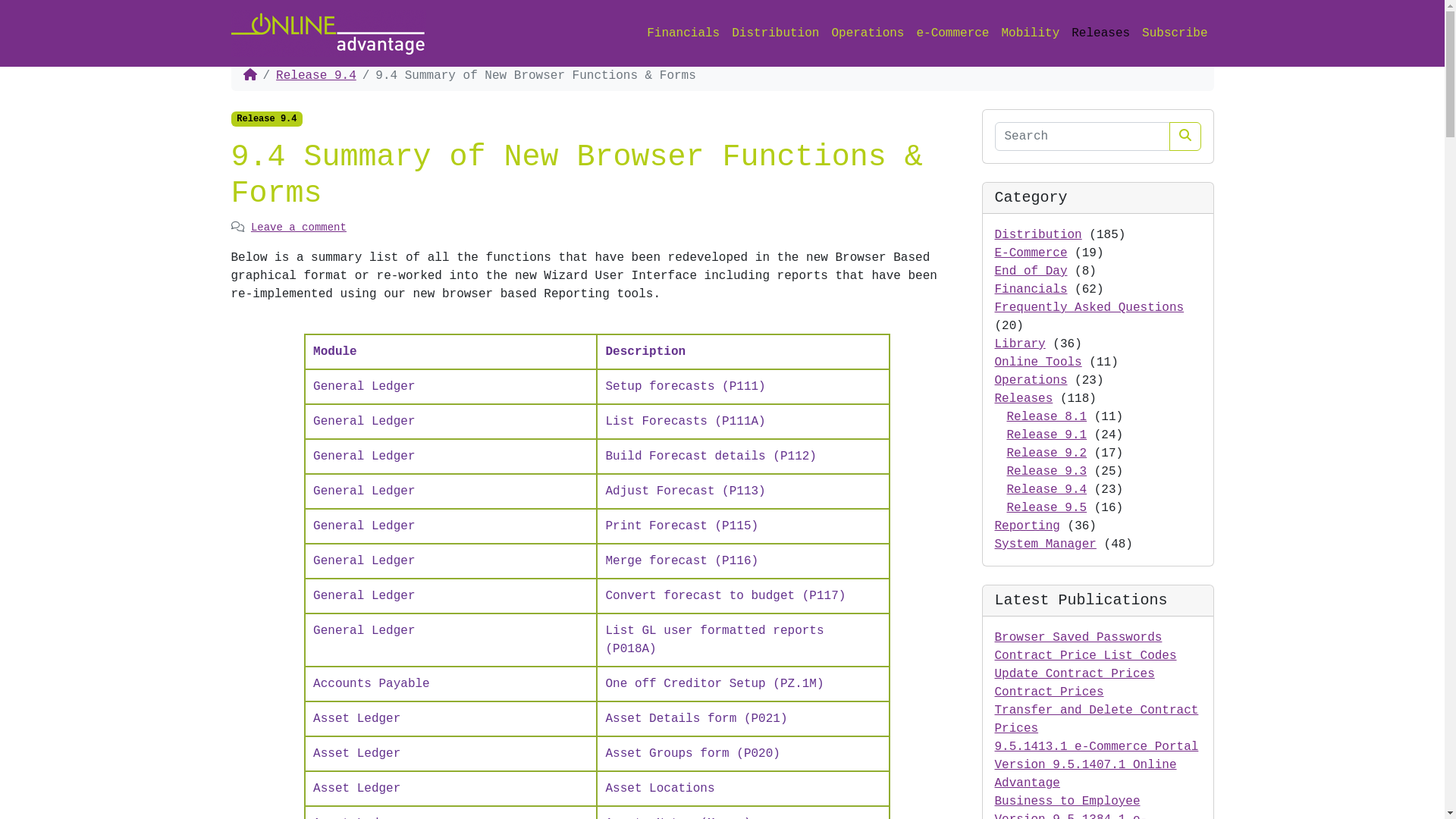 This screenshot has height=819, width=1456. What do you see at coordinates (1007, 452) in the screenshot?
I see `'Release 9.2'` at bounding box center [1007, 452].